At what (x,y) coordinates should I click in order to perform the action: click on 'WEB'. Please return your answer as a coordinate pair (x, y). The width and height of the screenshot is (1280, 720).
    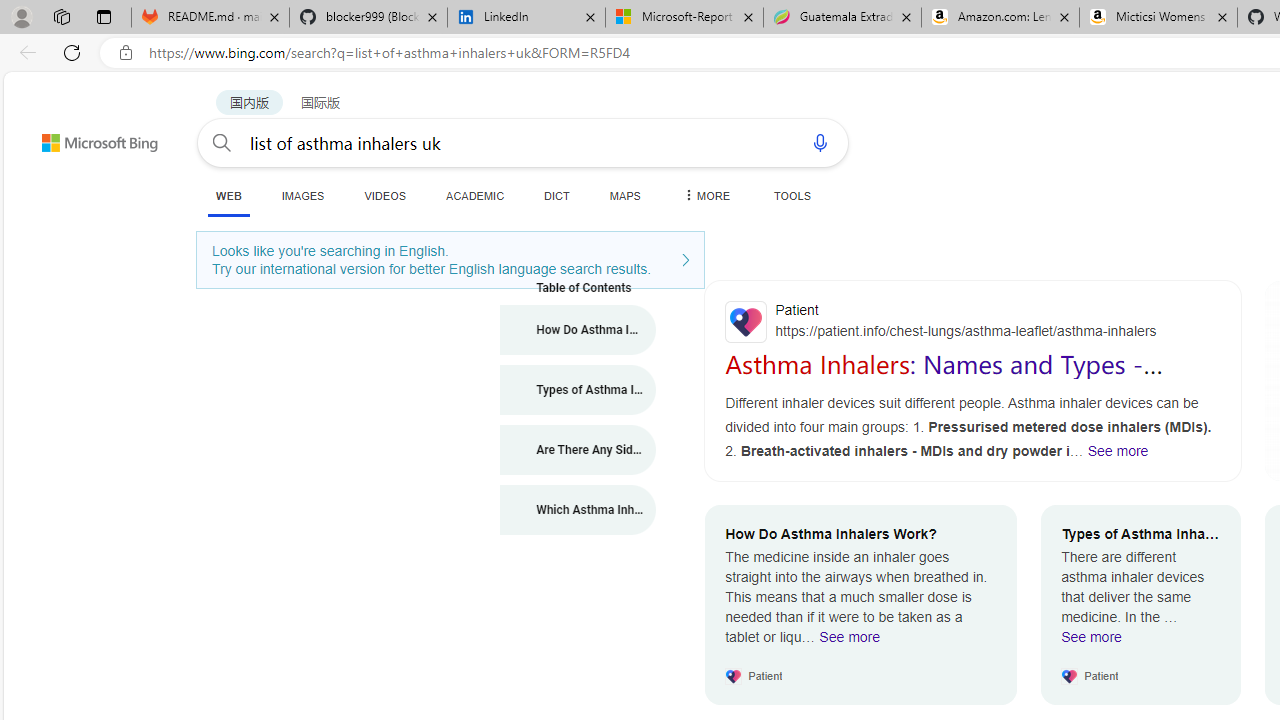
    Looking at the image, I should click on (228, 197).